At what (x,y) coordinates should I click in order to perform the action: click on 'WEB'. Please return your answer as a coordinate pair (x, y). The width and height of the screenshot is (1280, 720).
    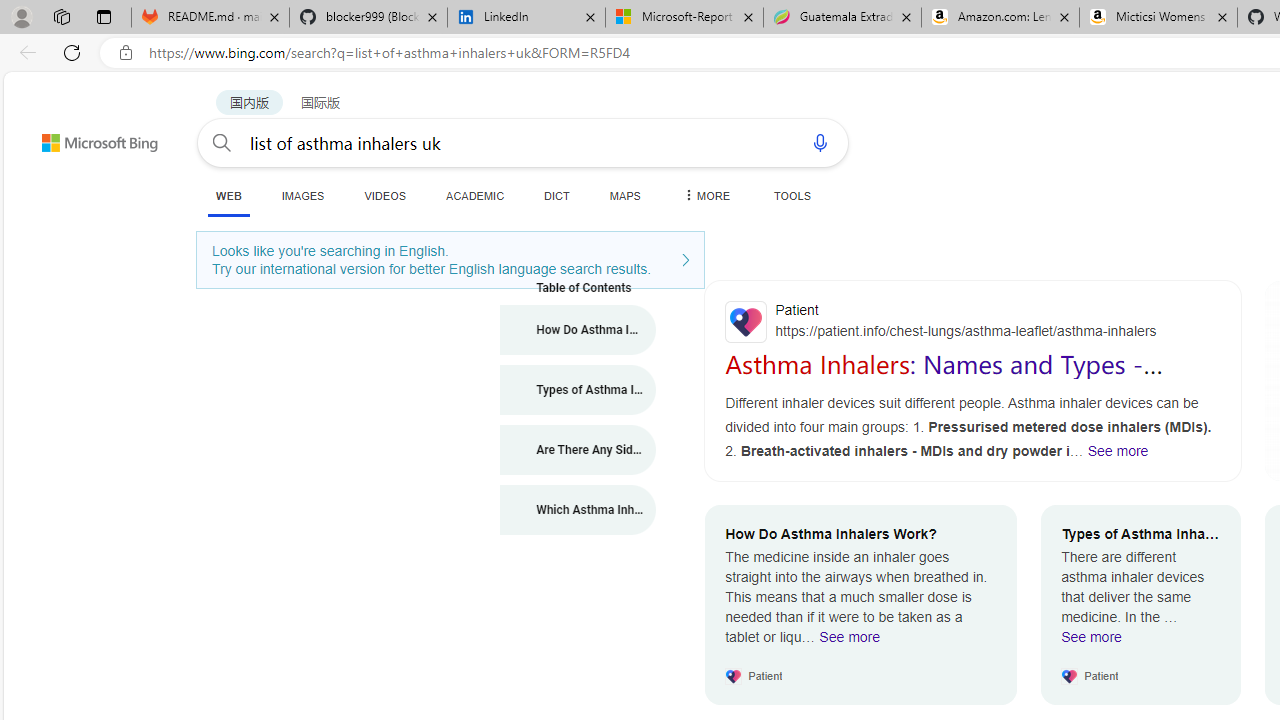
    Looking at the image, I should click on (228, 197).